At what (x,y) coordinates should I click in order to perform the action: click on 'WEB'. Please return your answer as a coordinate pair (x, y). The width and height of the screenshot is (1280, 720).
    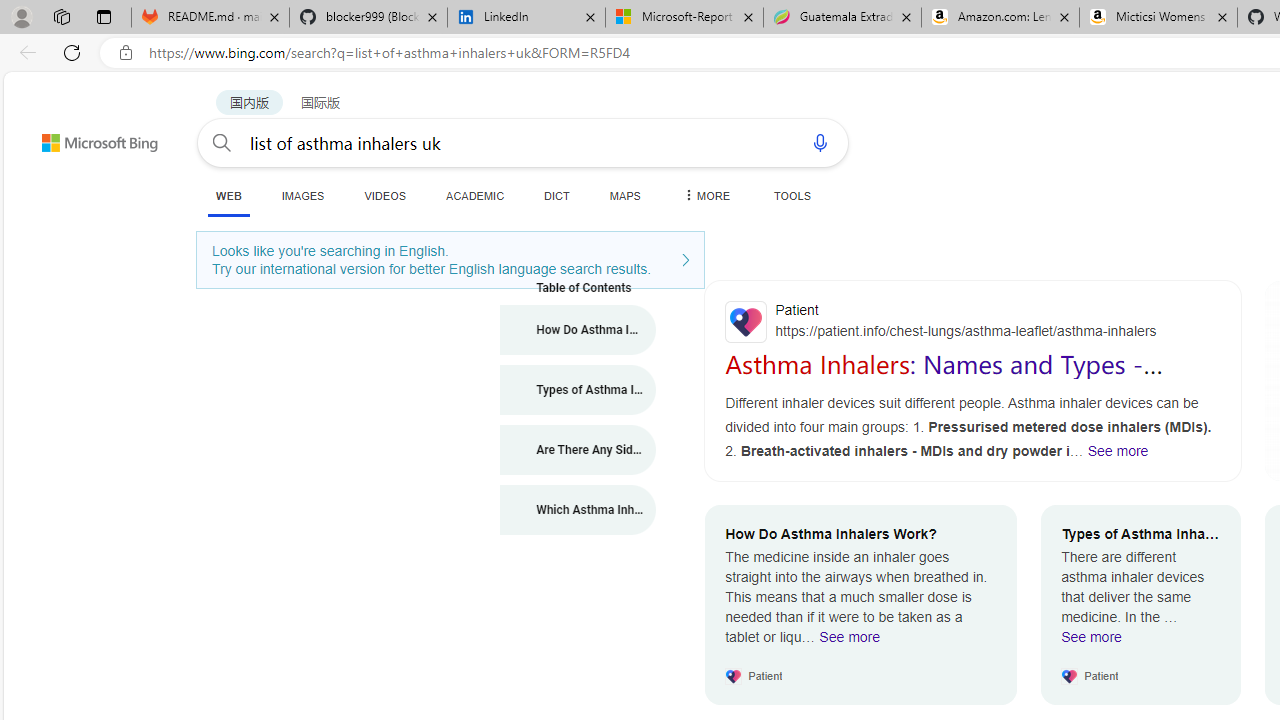
    Looking at the image, I should click on (228, 197).